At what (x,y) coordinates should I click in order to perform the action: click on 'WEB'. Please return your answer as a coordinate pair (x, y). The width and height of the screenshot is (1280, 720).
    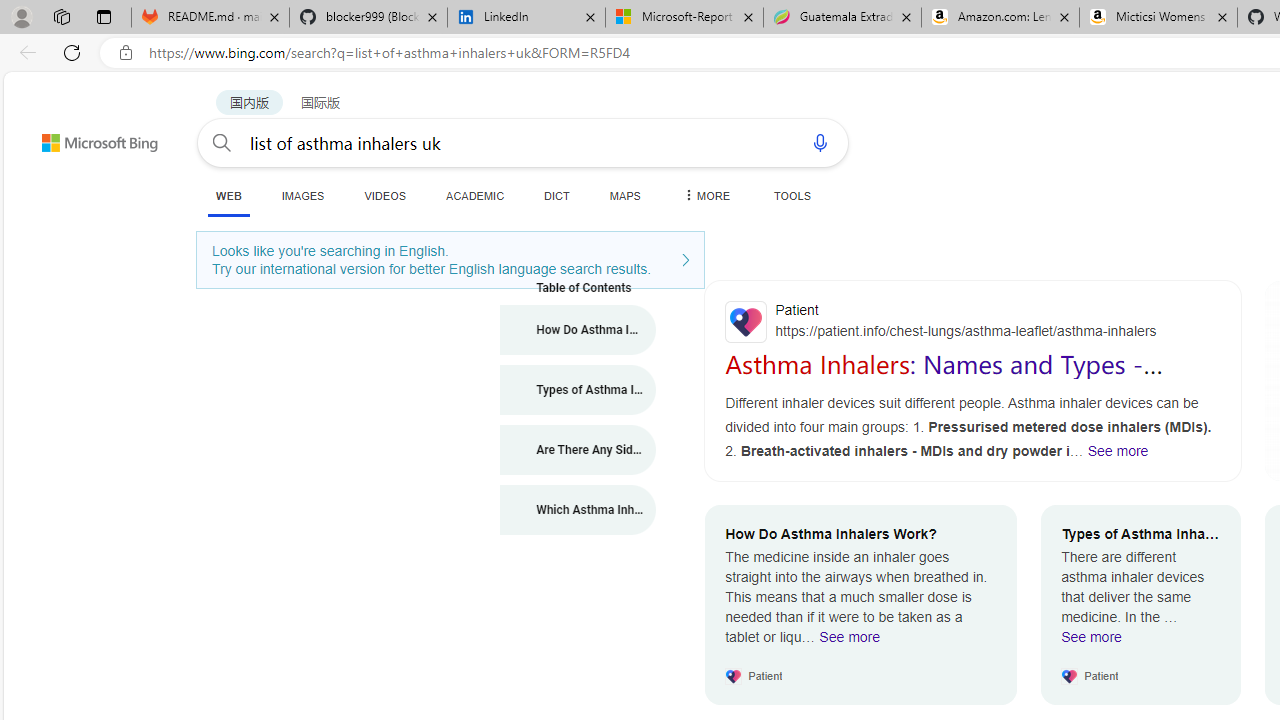
    Looking at the image, I should click on (228, 197).